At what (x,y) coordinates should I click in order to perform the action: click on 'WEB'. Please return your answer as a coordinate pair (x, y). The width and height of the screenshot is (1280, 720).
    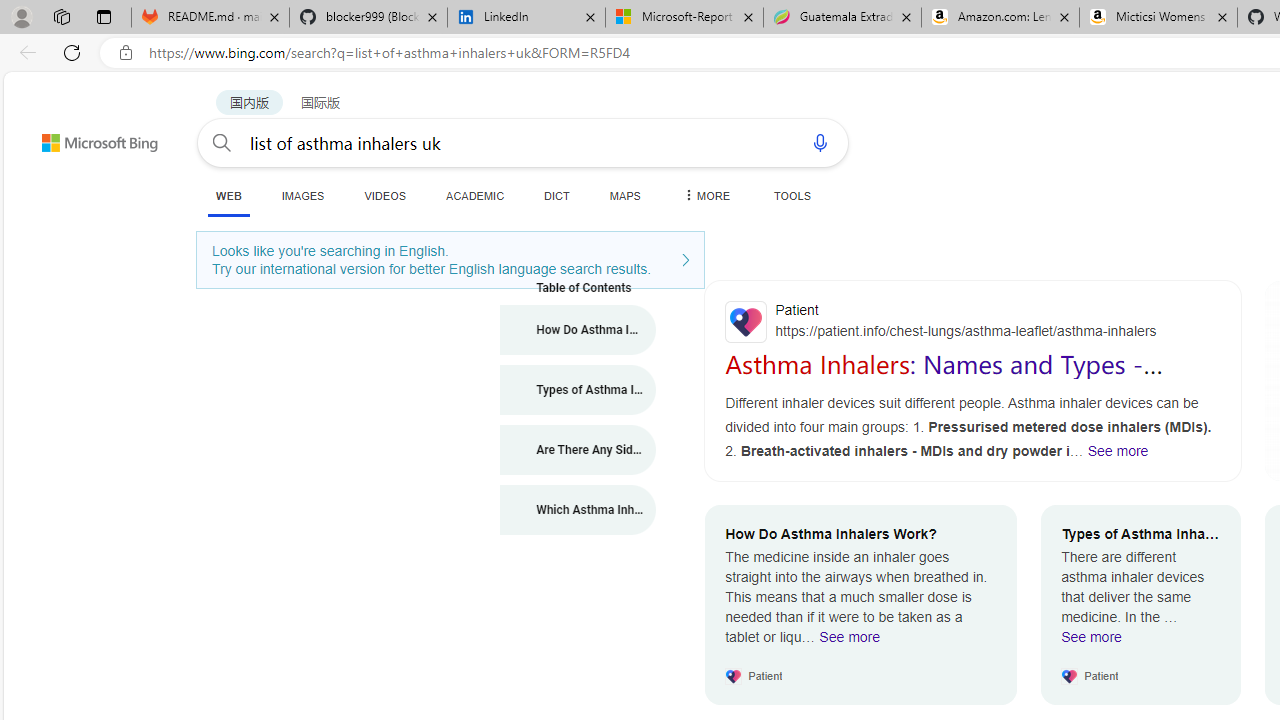
    Looking at the image, I should click on (228, 197).